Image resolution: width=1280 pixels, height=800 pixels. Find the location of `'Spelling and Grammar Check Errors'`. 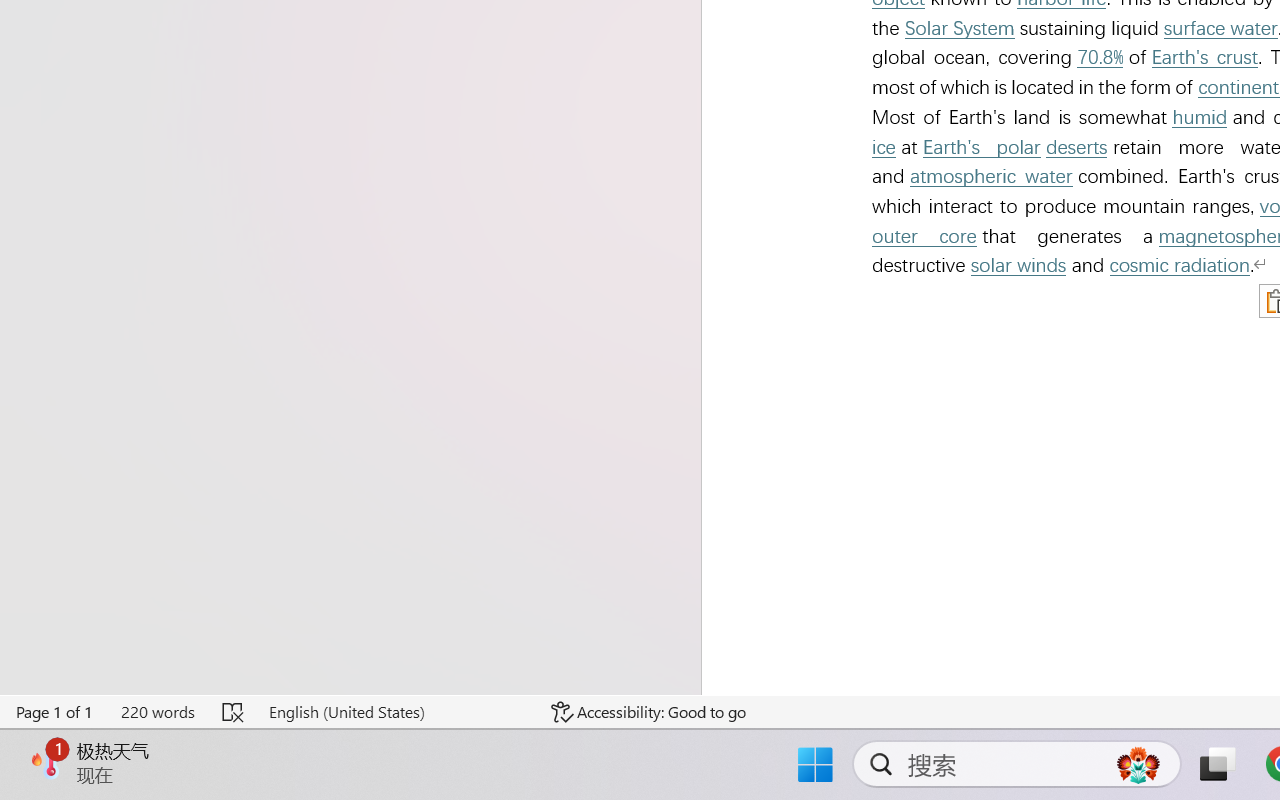

'Spelling and Grammar Check Errors' is located at coordinates (234, 711).